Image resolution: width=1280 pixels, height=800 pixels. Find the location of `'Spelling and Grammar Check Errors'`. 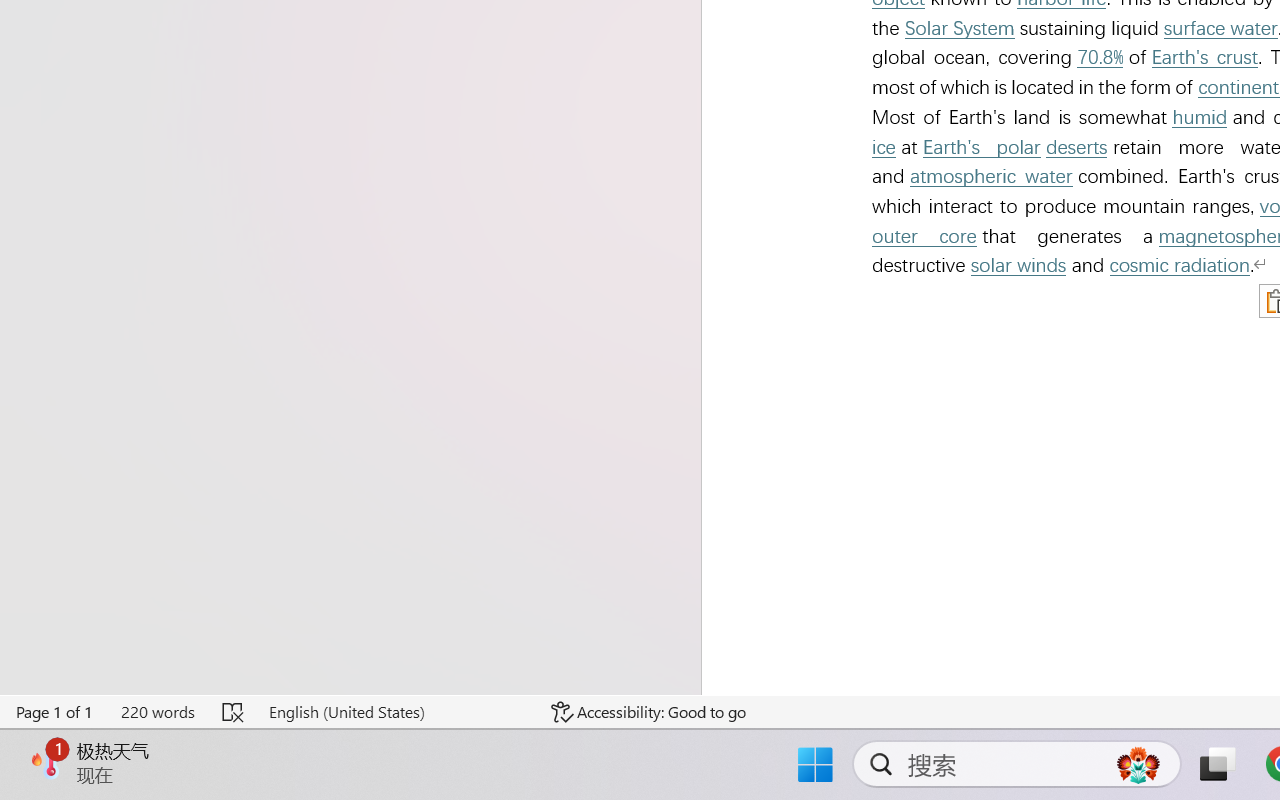

'Spelling and Grammar Check Errors' is located at coordinates (234, 711).